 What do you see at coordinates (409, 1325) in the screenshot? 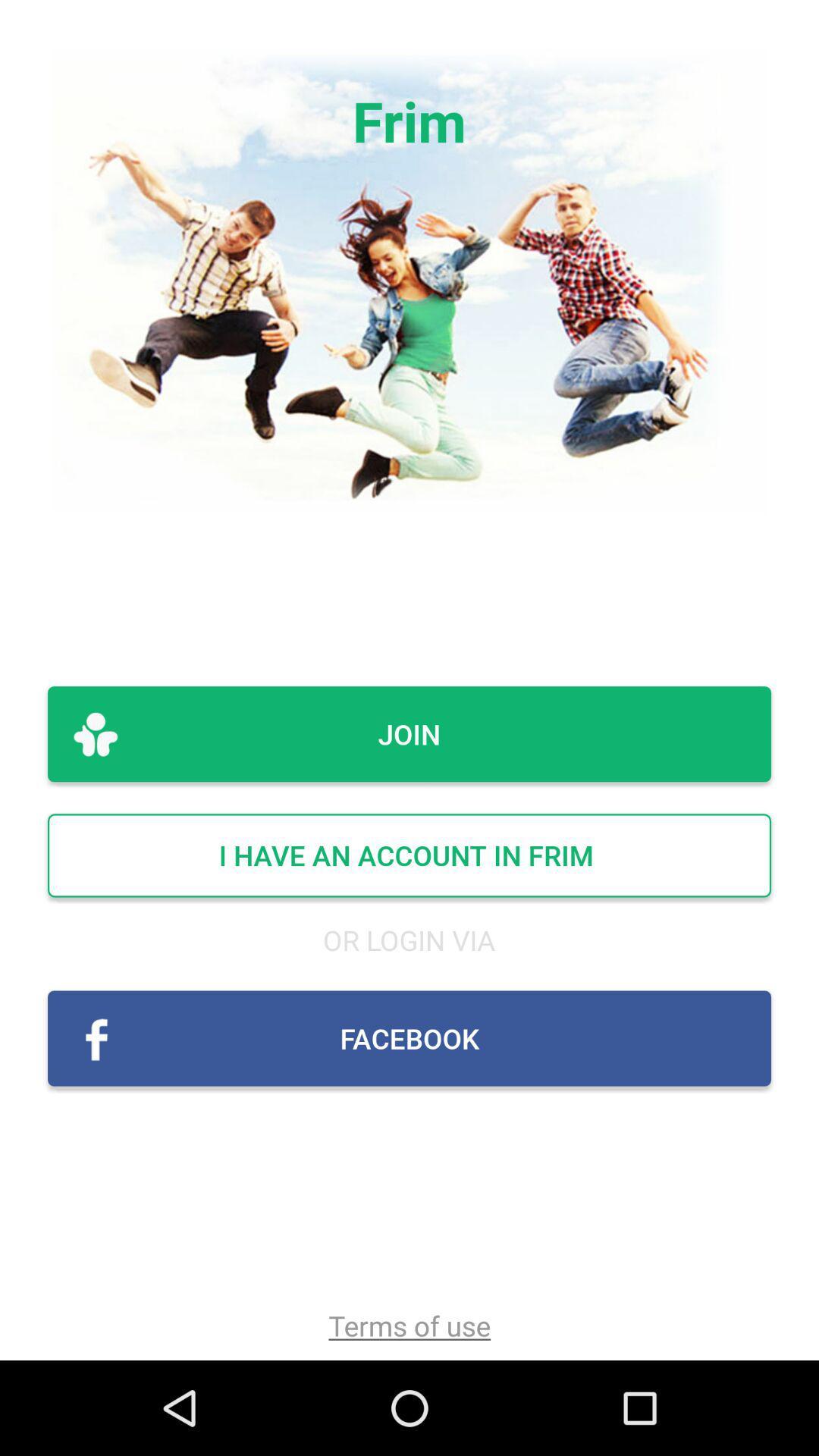
I see `the terms of use` at bounding box center [409, 1325].